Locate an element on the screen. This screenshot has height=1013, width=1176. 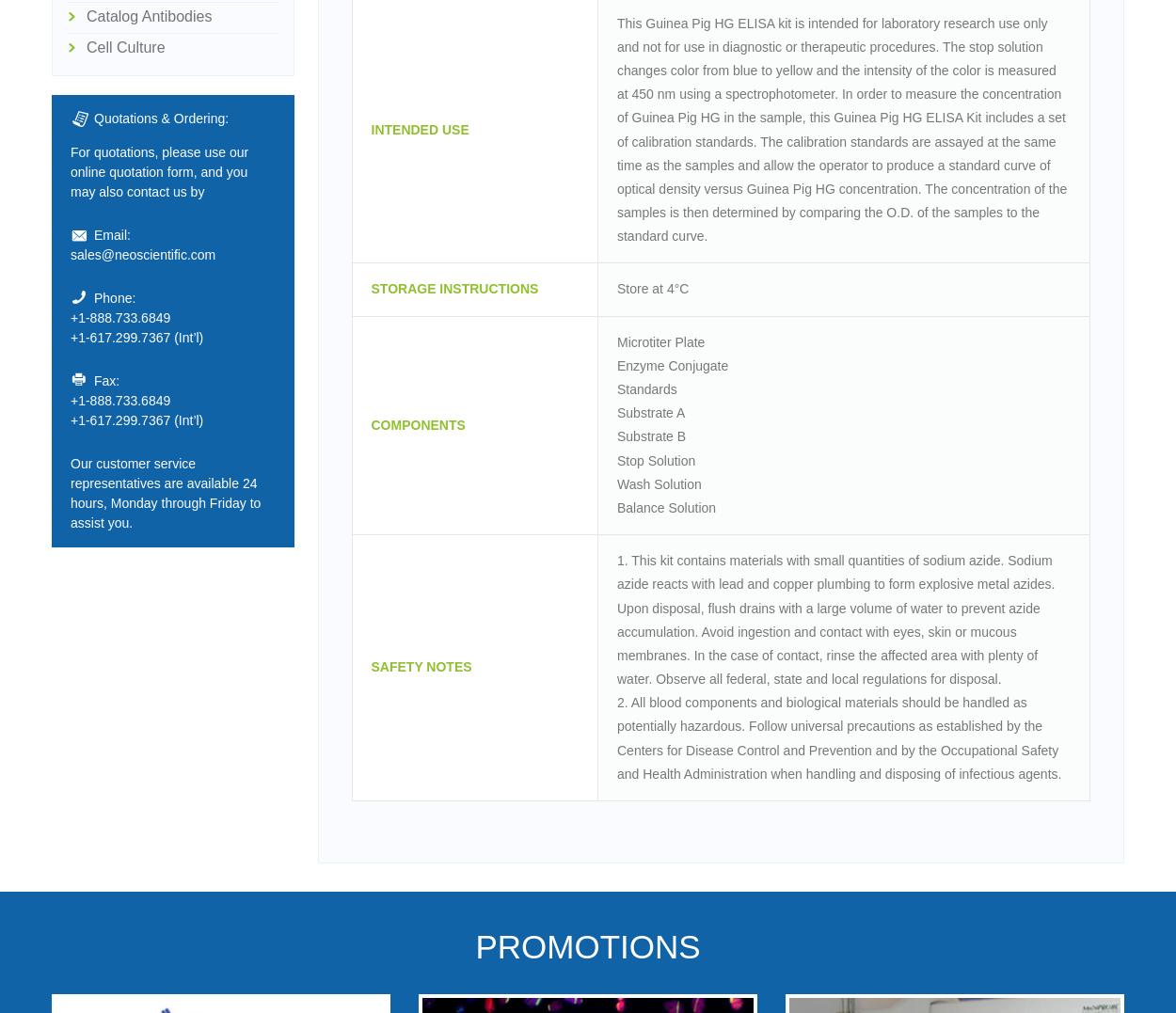
'For quotations, please use our online quotation form, and you may also contact us by' is located at coordinates (70, 170).